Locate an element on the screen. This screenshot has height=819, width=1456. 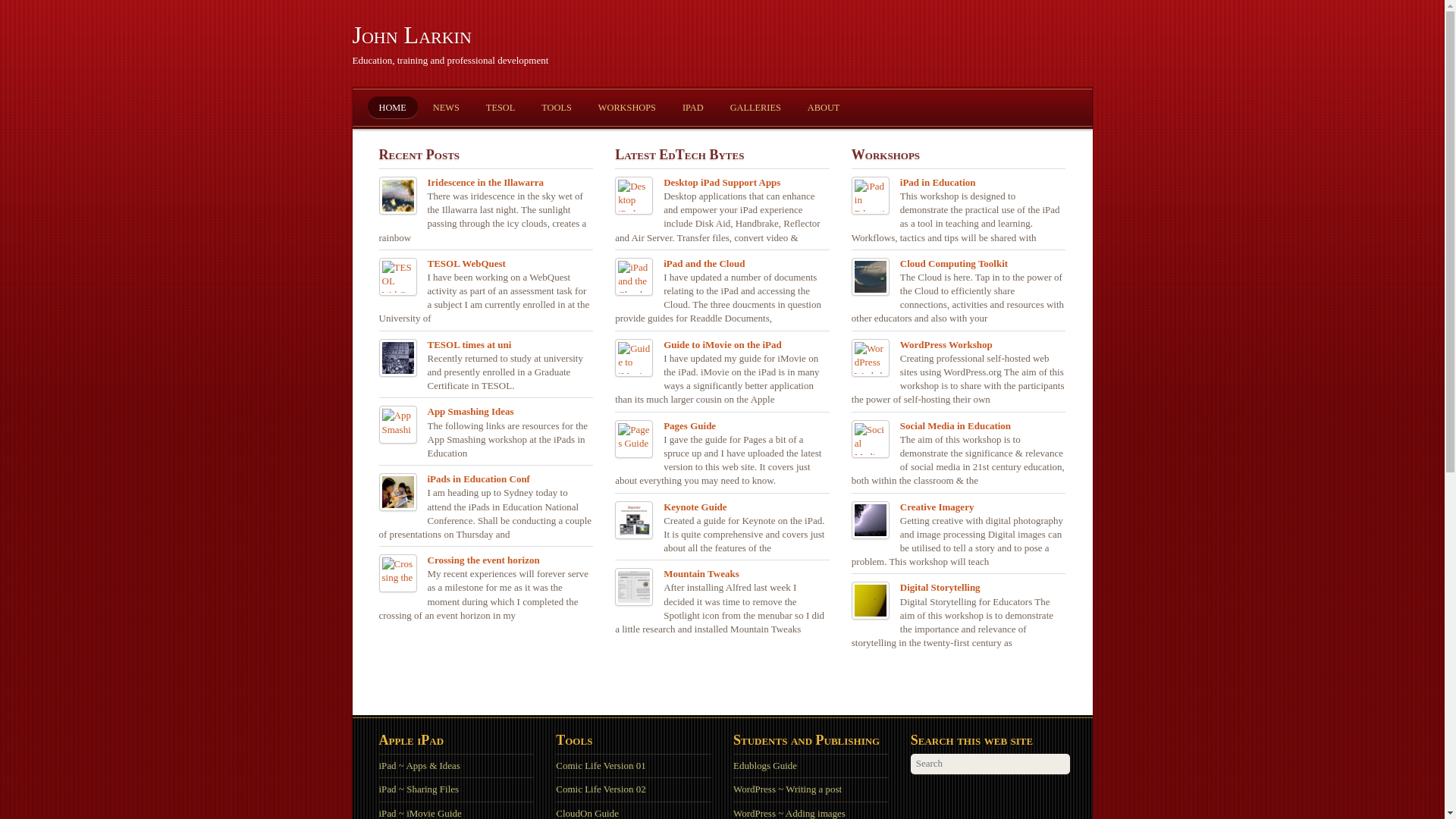
'Pages Guide' is located at coordinates (663, 426).